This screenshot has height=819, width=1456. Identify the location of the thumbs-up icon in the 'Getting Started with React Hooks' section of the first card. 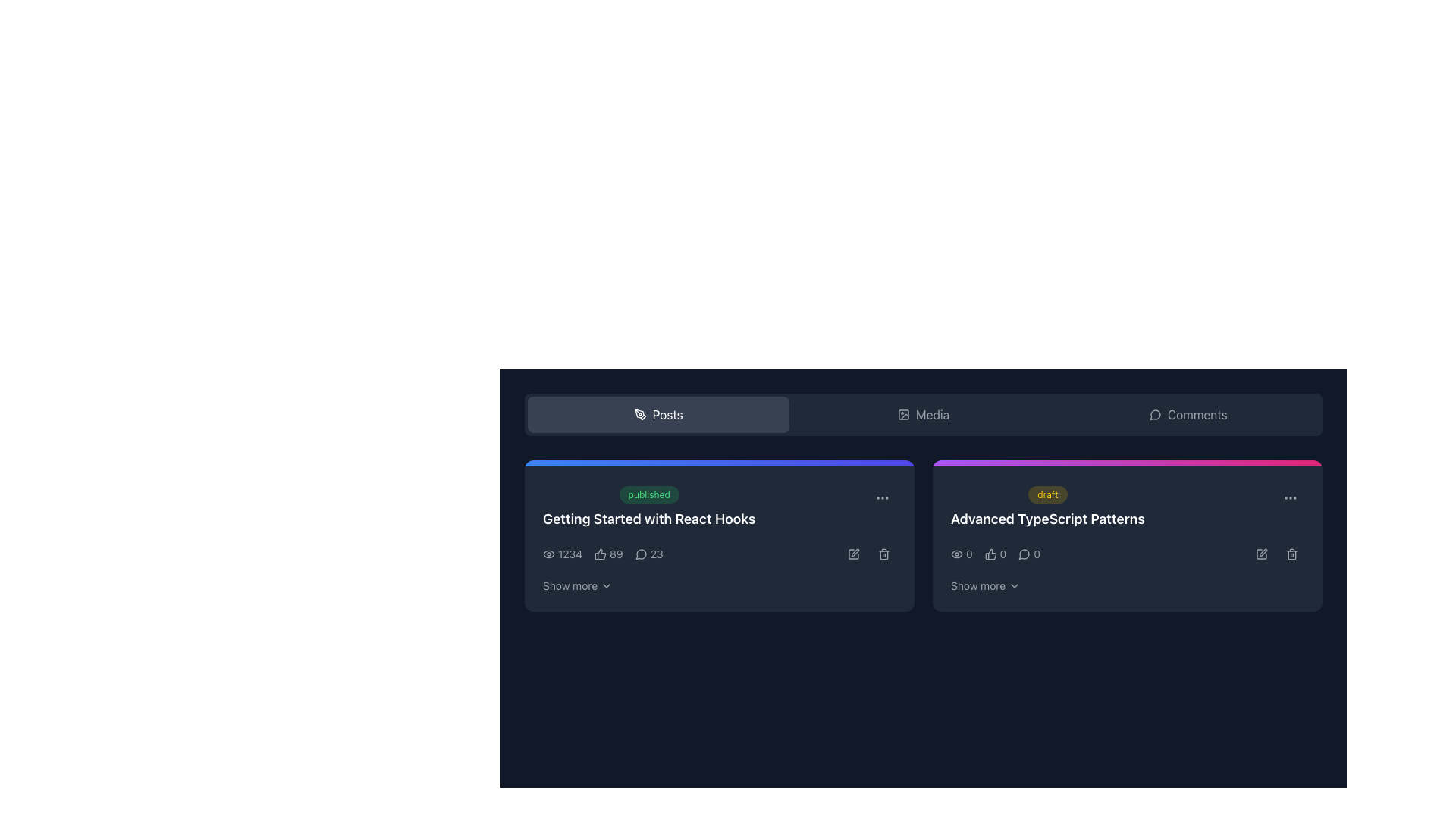
(600, 554).